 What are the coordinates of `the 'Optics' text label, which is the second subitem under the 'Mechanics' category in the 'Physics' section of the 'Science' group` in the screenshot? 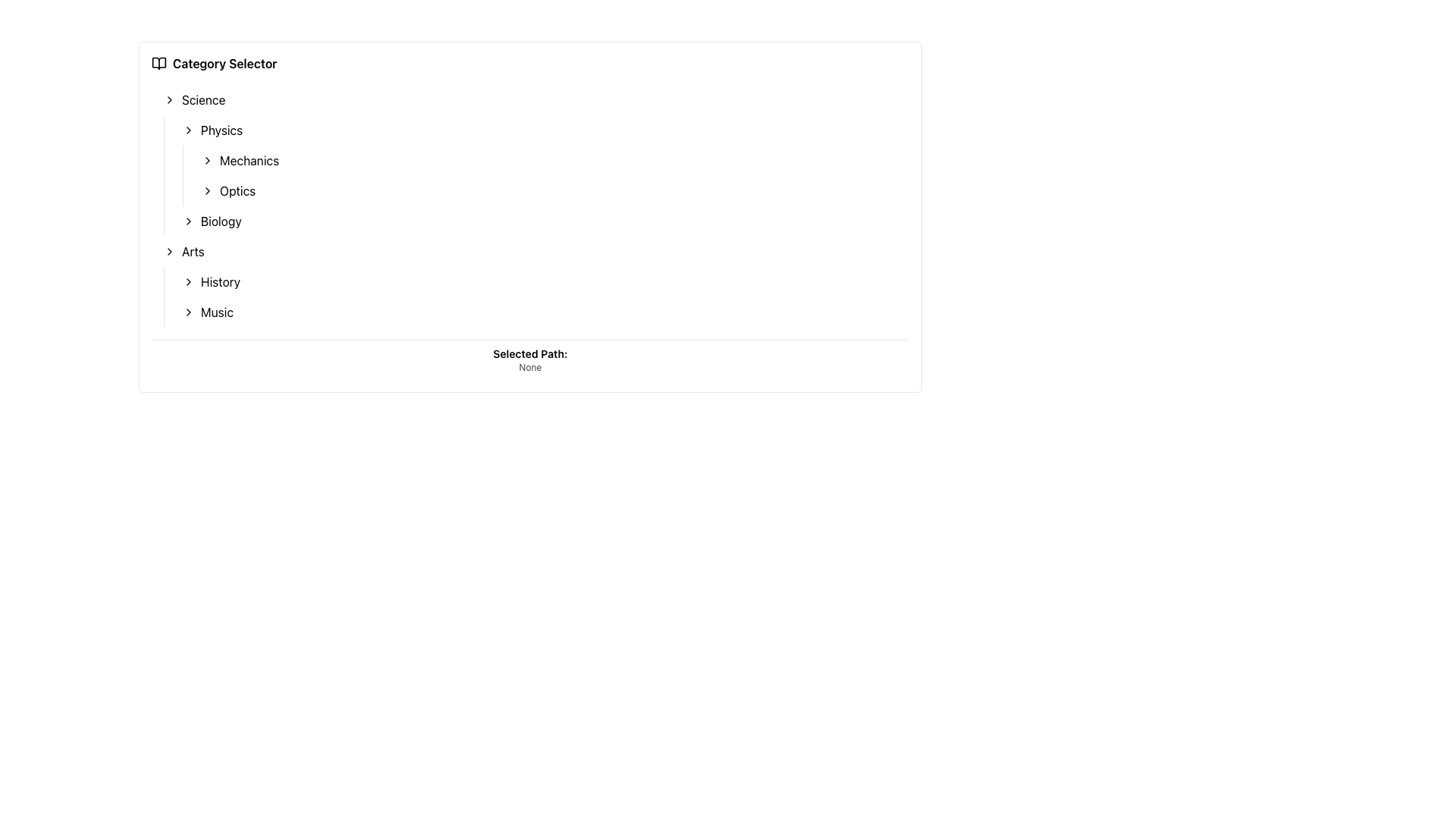 It's located at (237, 190).